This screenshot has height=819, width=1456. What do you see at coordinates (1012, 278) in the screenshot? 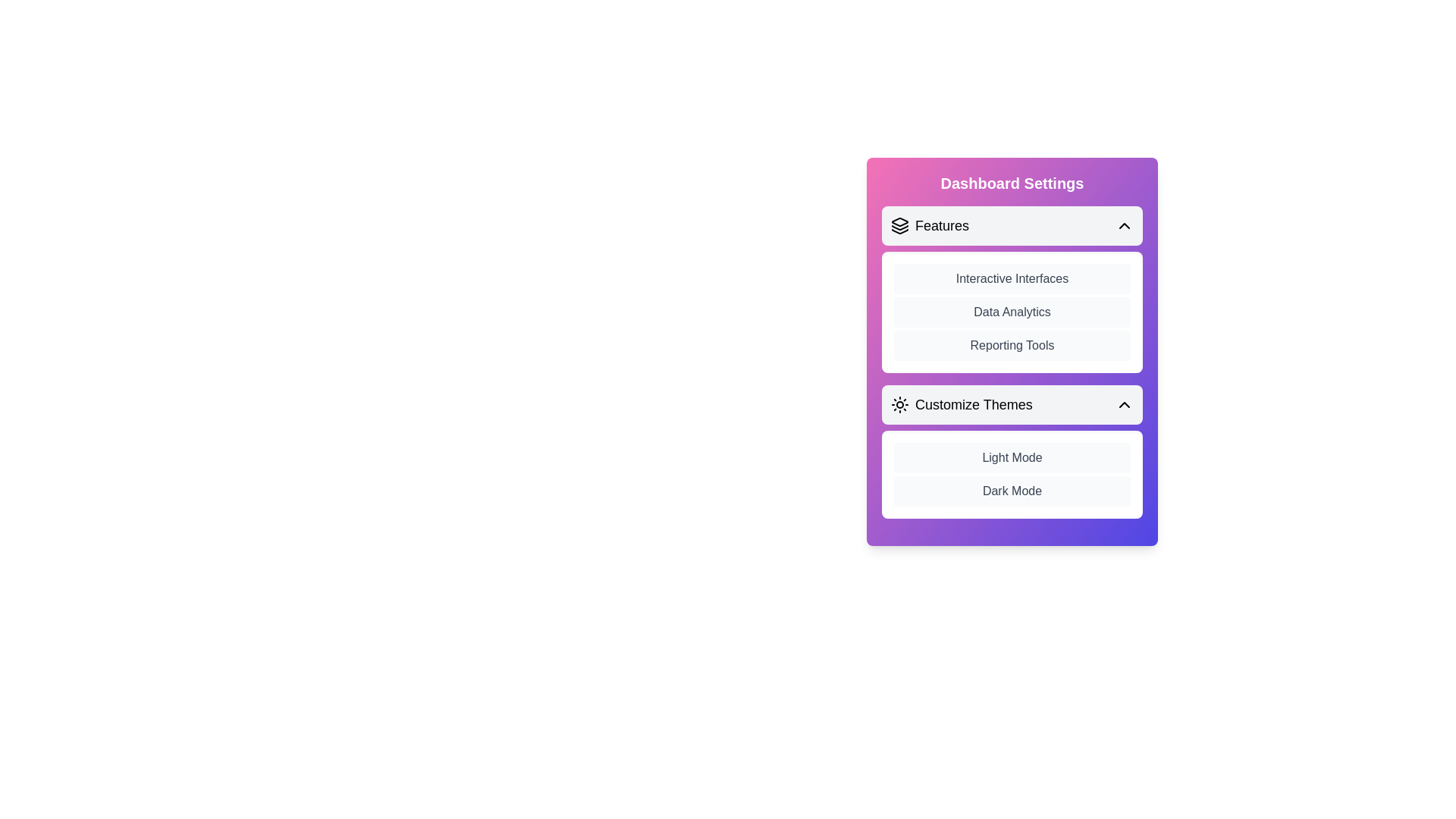
I see `the list item Interactive Interfaces in the section Features` at bounding box center [1012, 278].